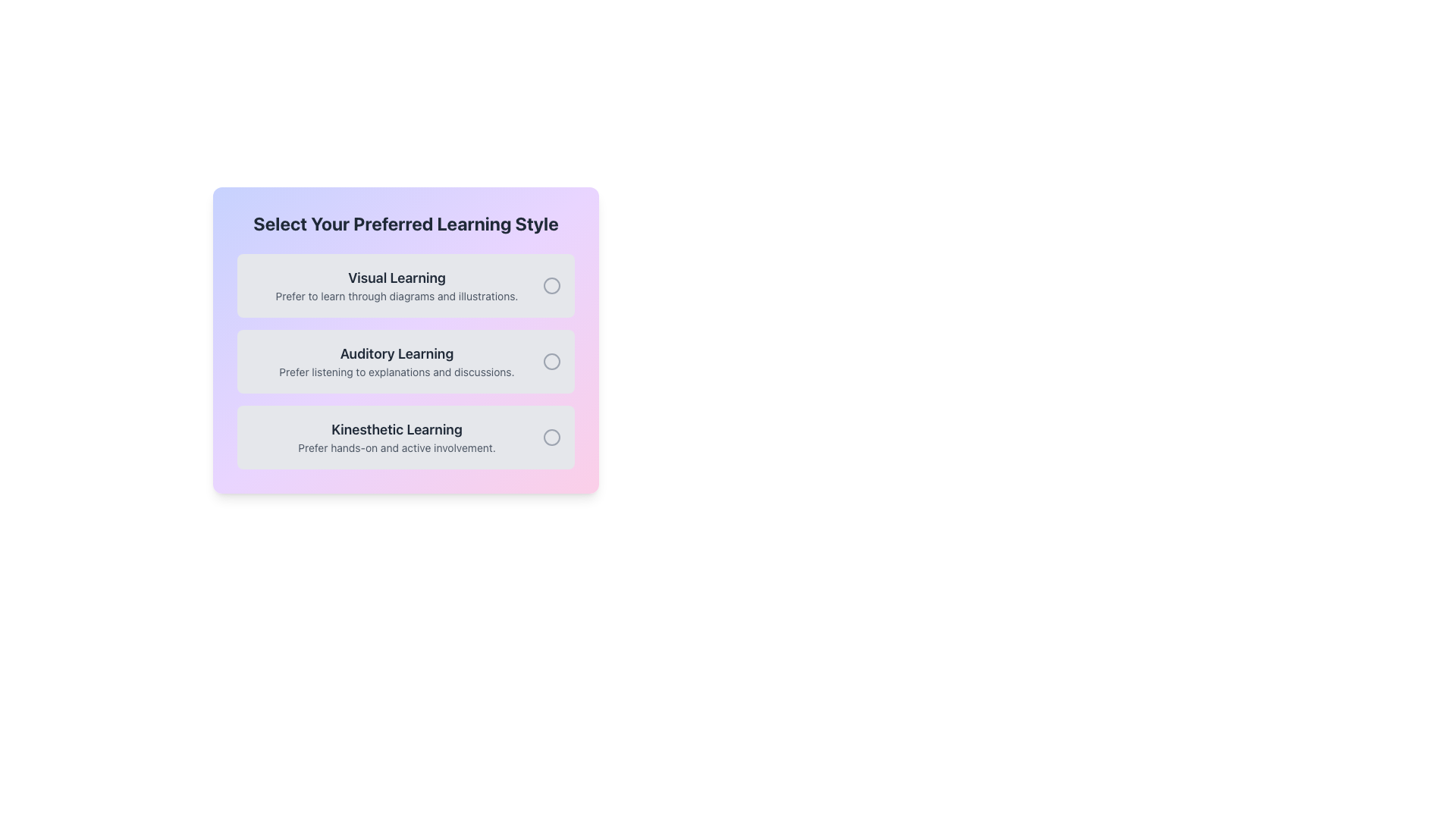 Image resolution: width=1456 pixels, height=819 pixels. I want to click on the auditory learning option card, which is the second item in a list of three learning preferences, so click(406, 362).